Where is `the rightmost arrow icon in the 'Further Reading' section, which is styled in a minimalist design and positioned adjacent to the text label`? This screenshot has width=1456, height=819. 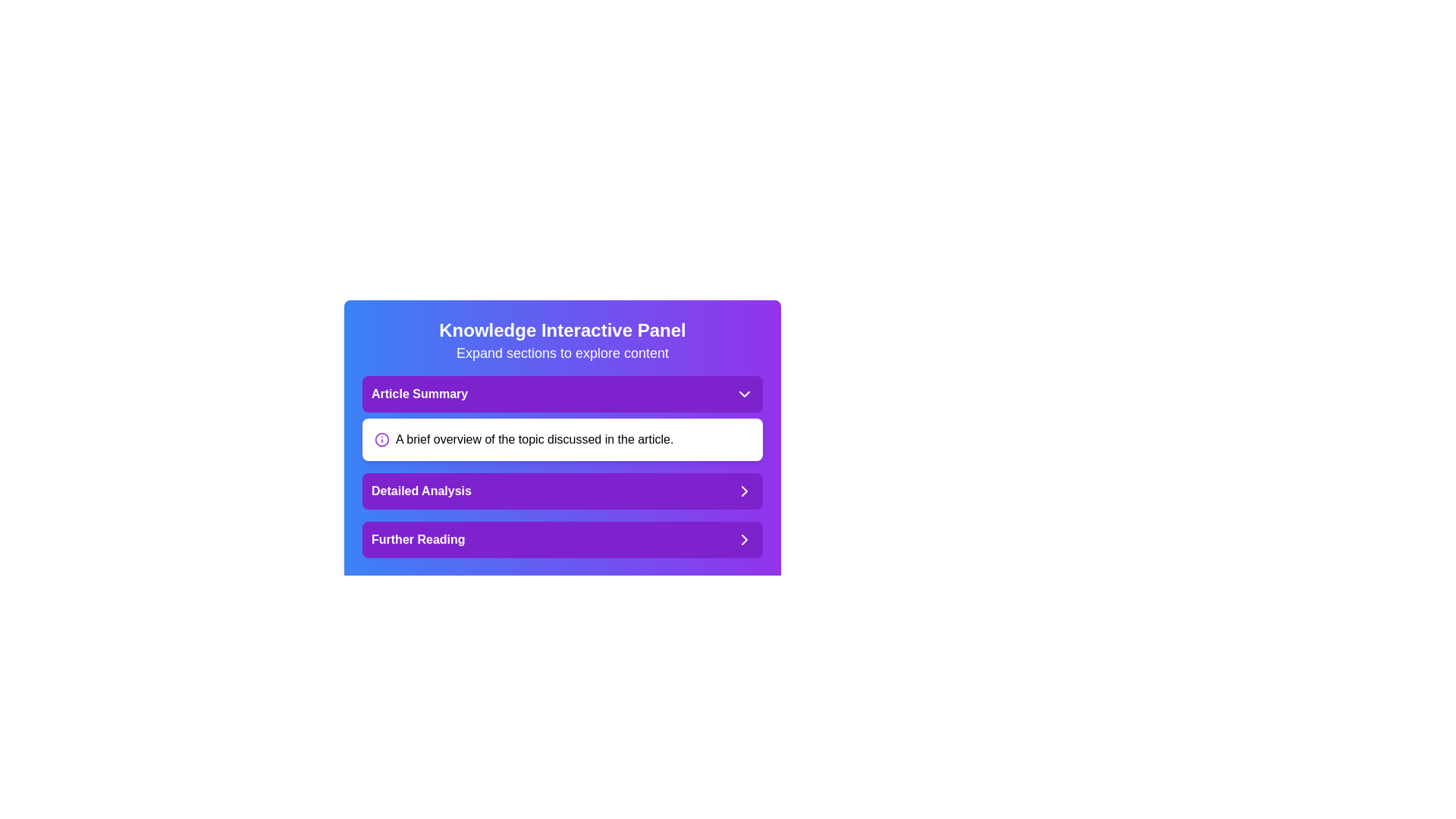 the rightmost arrow icon in the 'Further Reading' section, which is styled in a minimalist design and positioned adjacent to the text label is located at coordinates (745, 539).